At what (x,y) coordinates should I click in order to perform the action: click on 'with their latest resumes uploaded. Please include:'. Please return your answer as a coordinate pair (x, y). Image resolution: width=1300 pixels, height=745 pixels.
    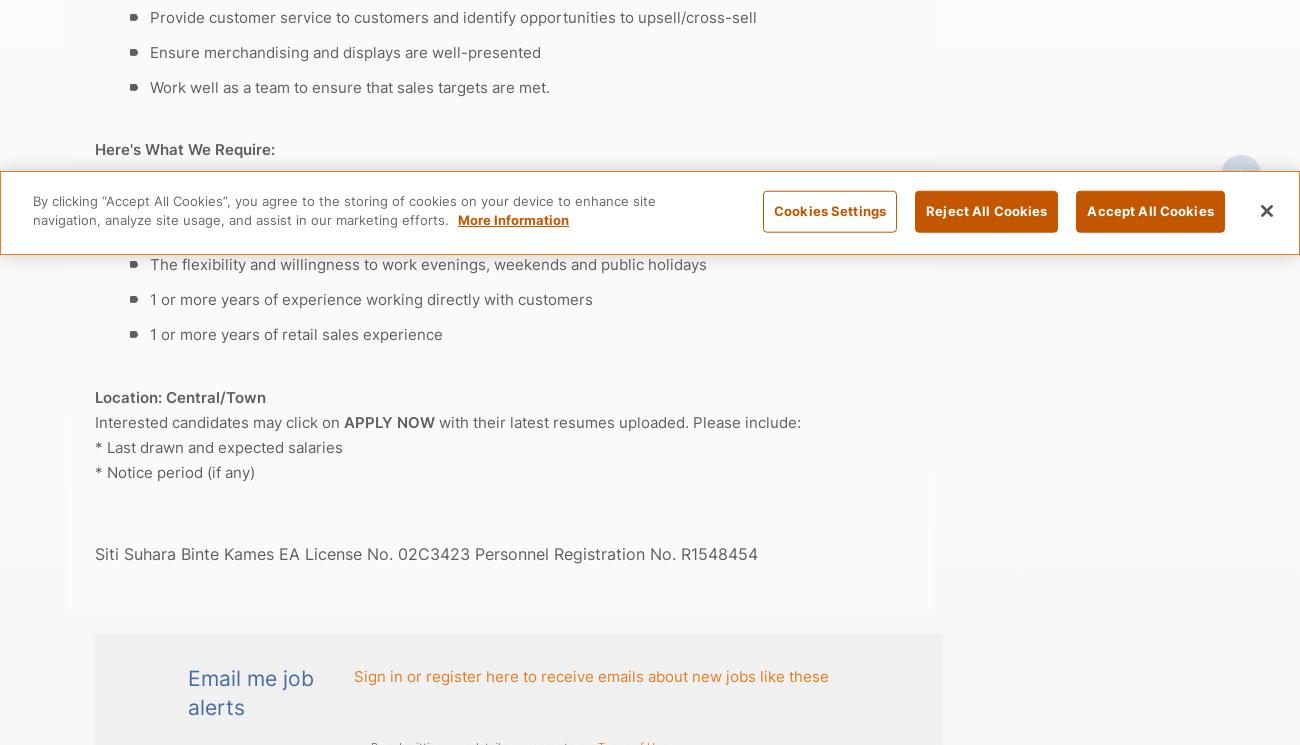
    Looking at the image, I should click on (618, 421).